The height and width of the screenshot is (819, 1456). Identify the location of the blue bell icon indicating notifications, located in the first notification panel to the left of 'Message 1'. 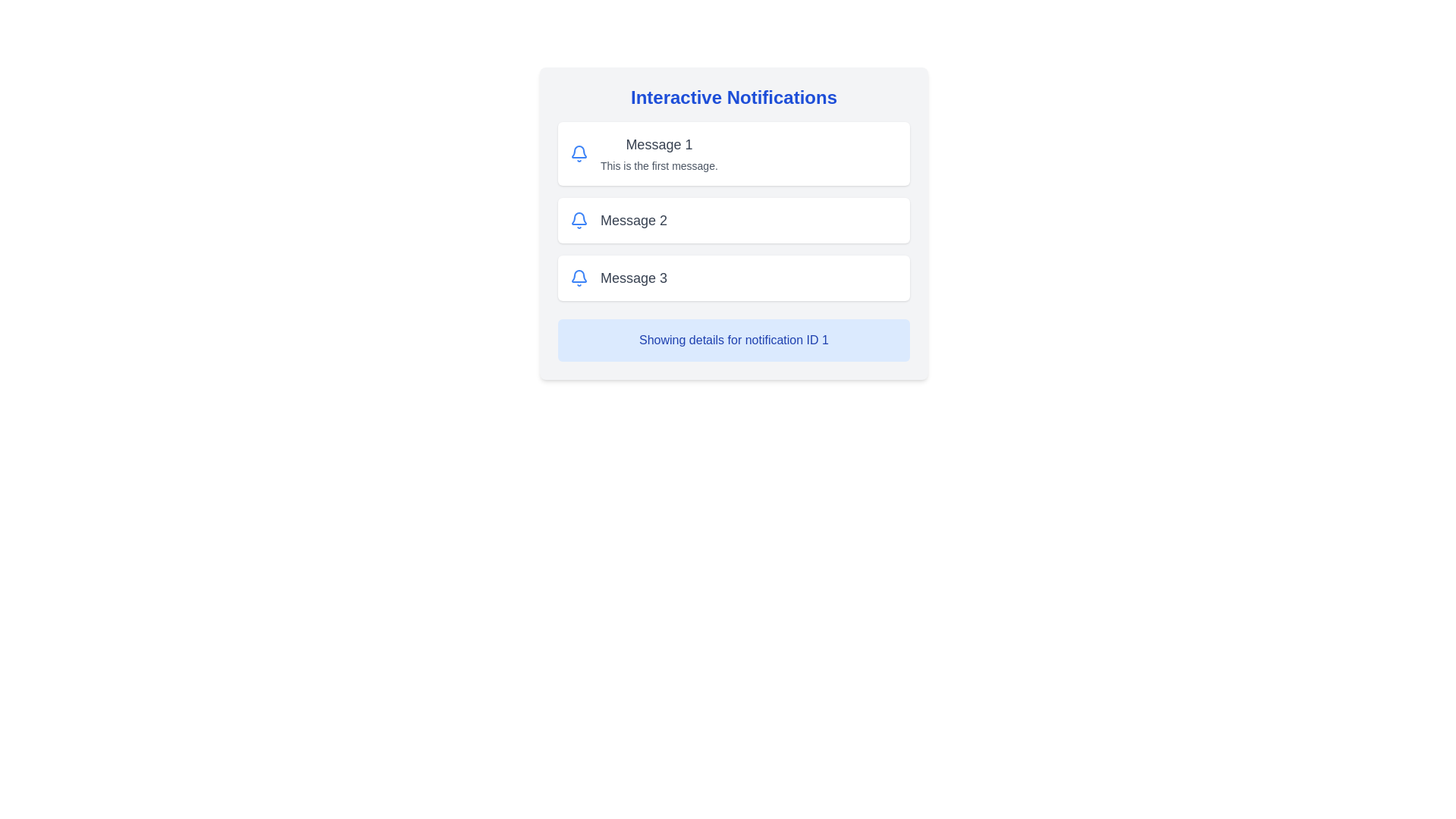
(578, 154).